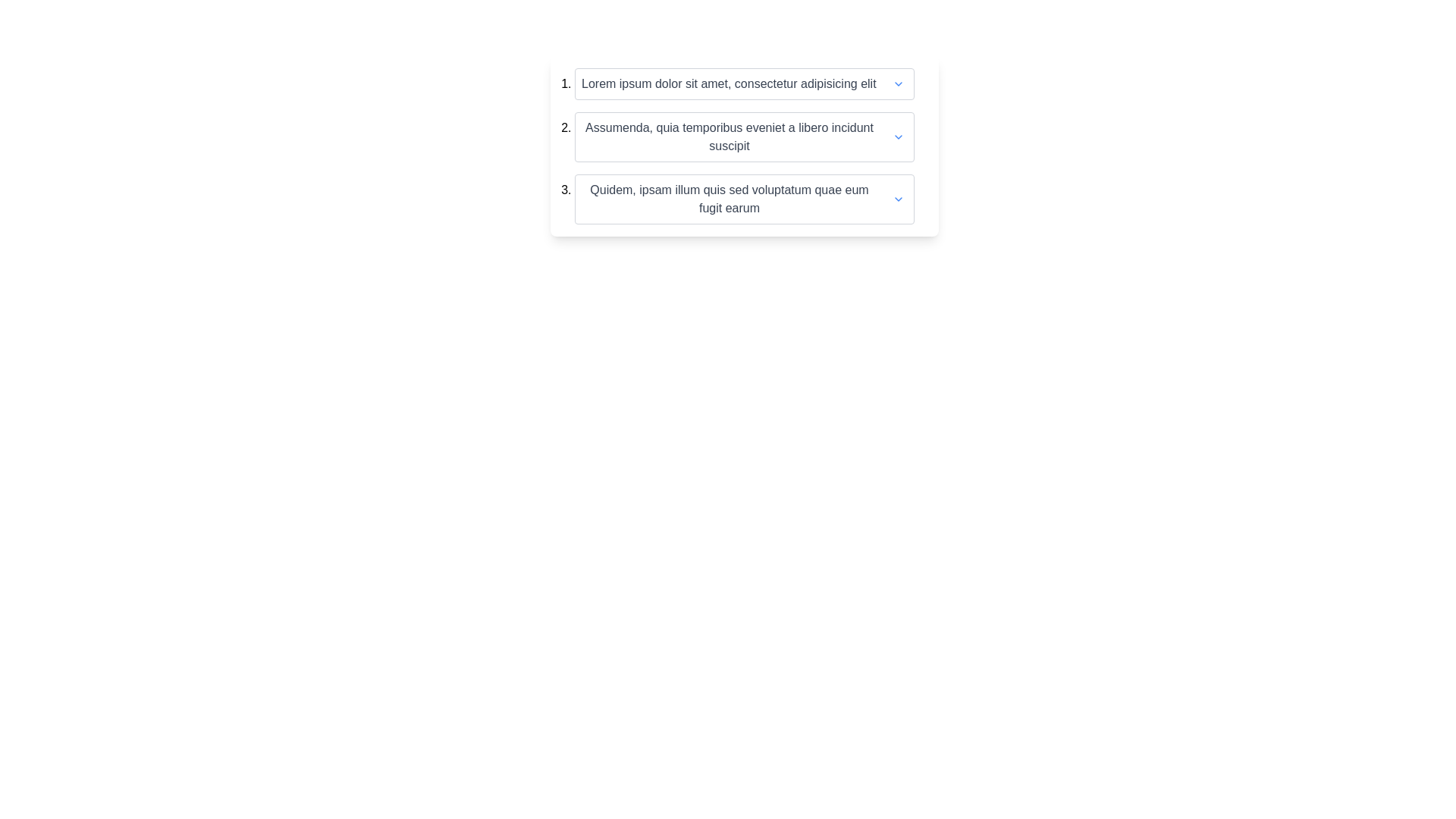  Describe the element at coordinates (899, 137) in the screenshot. I see `the downward-facing chevron icon` at that location.